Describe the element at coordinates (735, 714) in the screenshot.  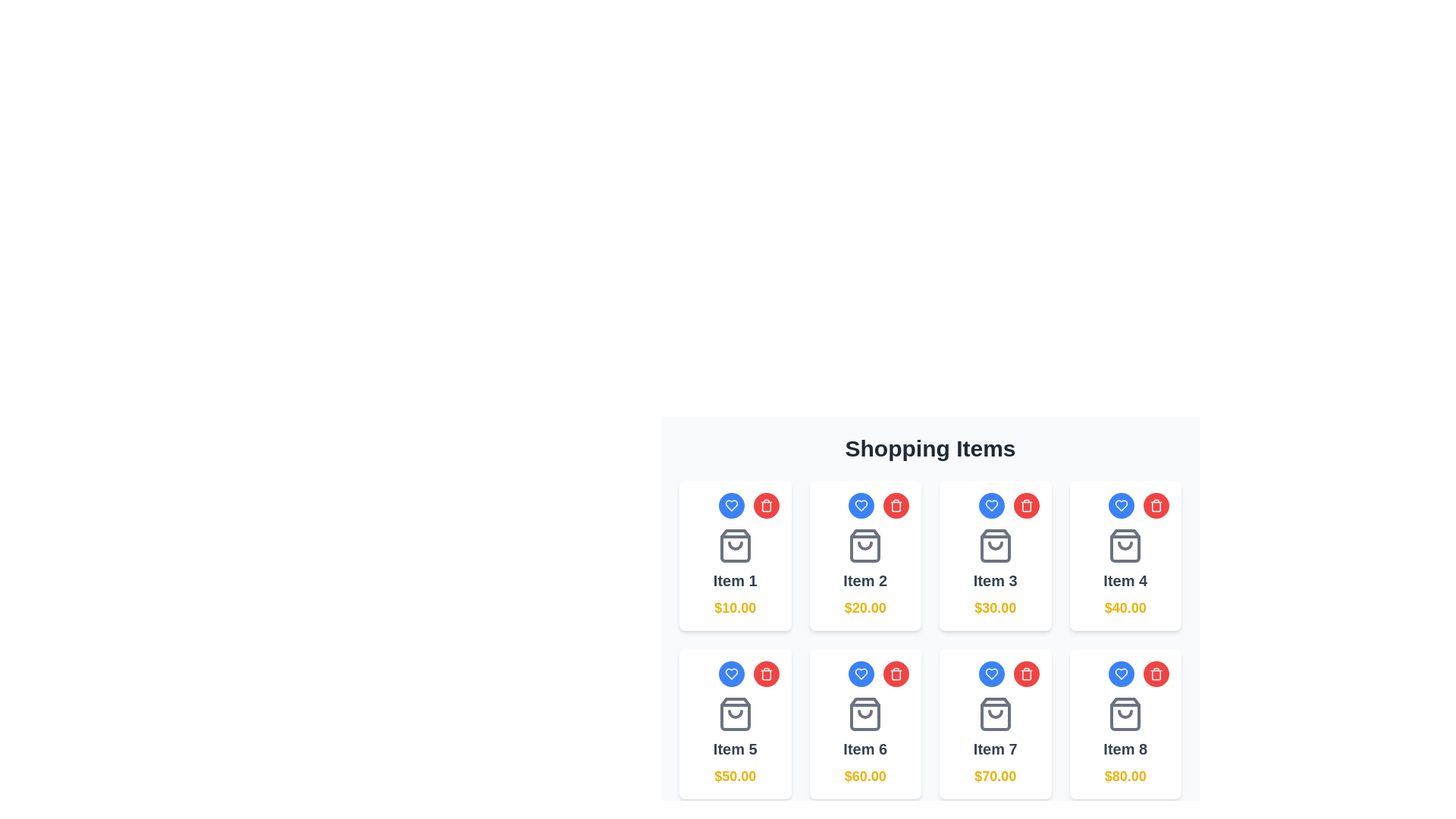
I see `the shopping bag icon for 'Item 5', which is centrally aligned below the like and trash icons in the item card` at that location.